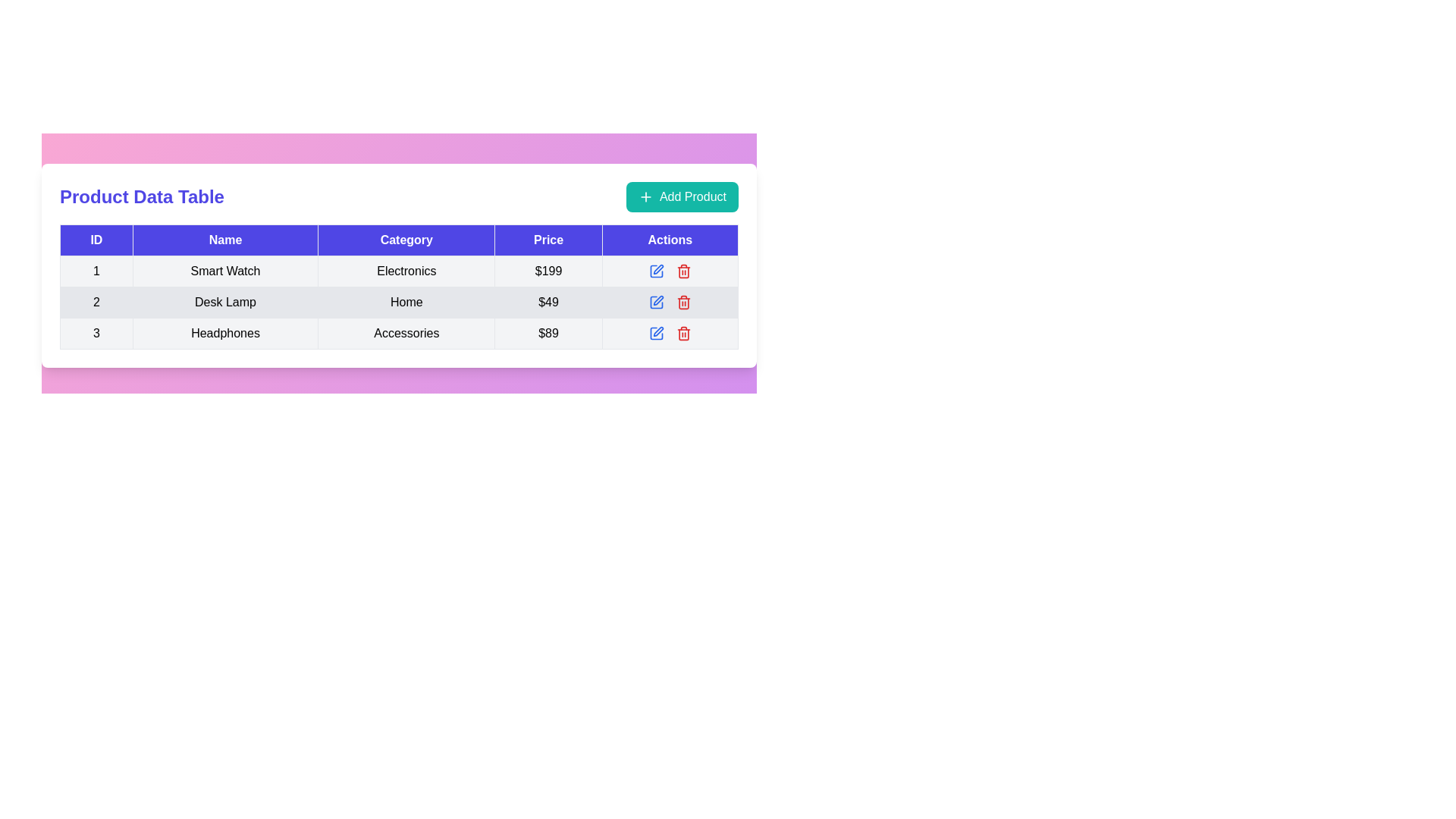  What do you see at coordinates (96, 239) in the screenshot?
I see `the 'ID' header label in the table, which is the first cell in the header row identifying the attribute of the first column` at bounding box center [96, 239].